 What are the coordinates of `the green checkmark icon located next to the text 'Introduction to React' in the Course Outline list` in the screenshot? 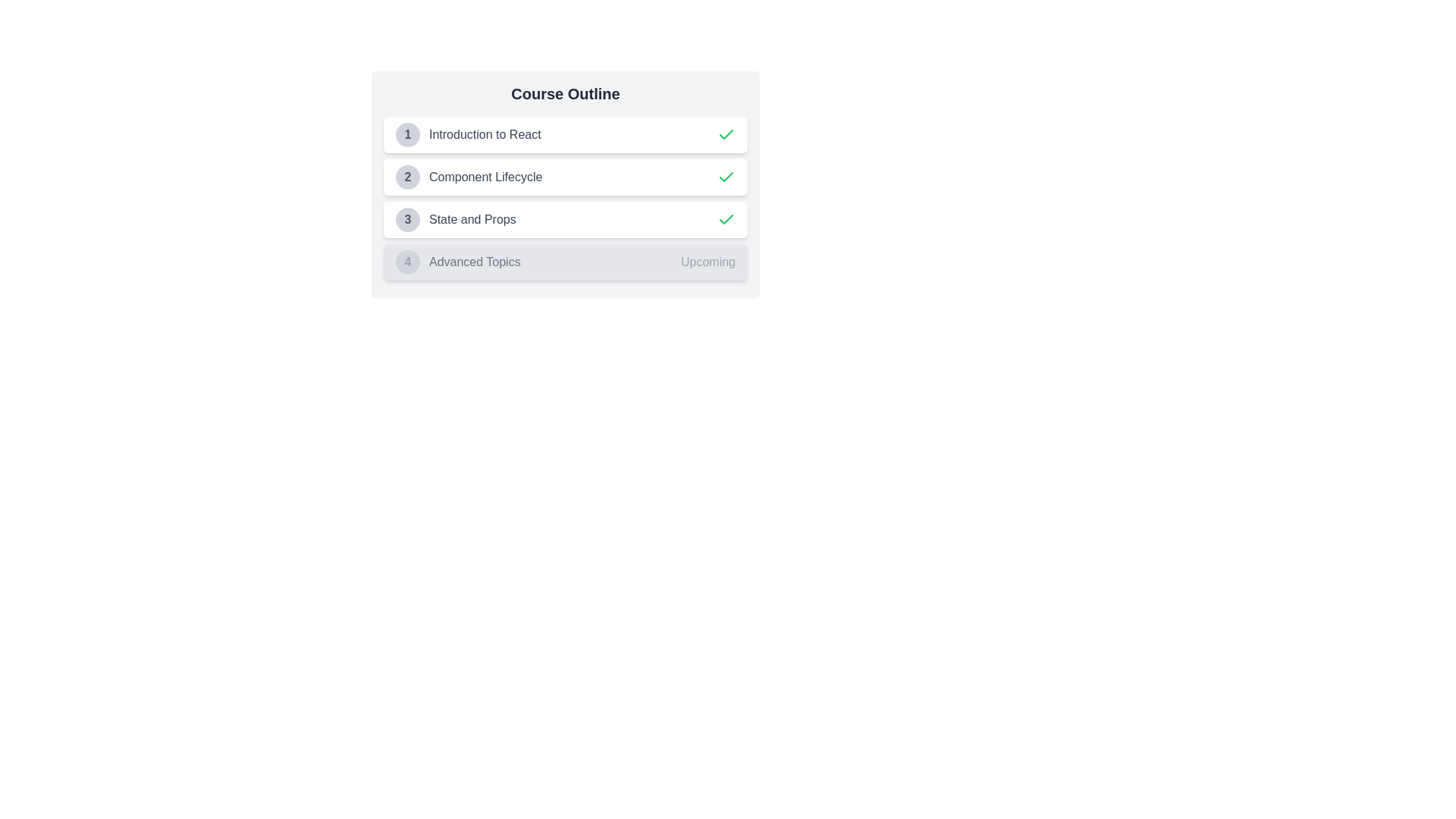 It's located at (726, 133).